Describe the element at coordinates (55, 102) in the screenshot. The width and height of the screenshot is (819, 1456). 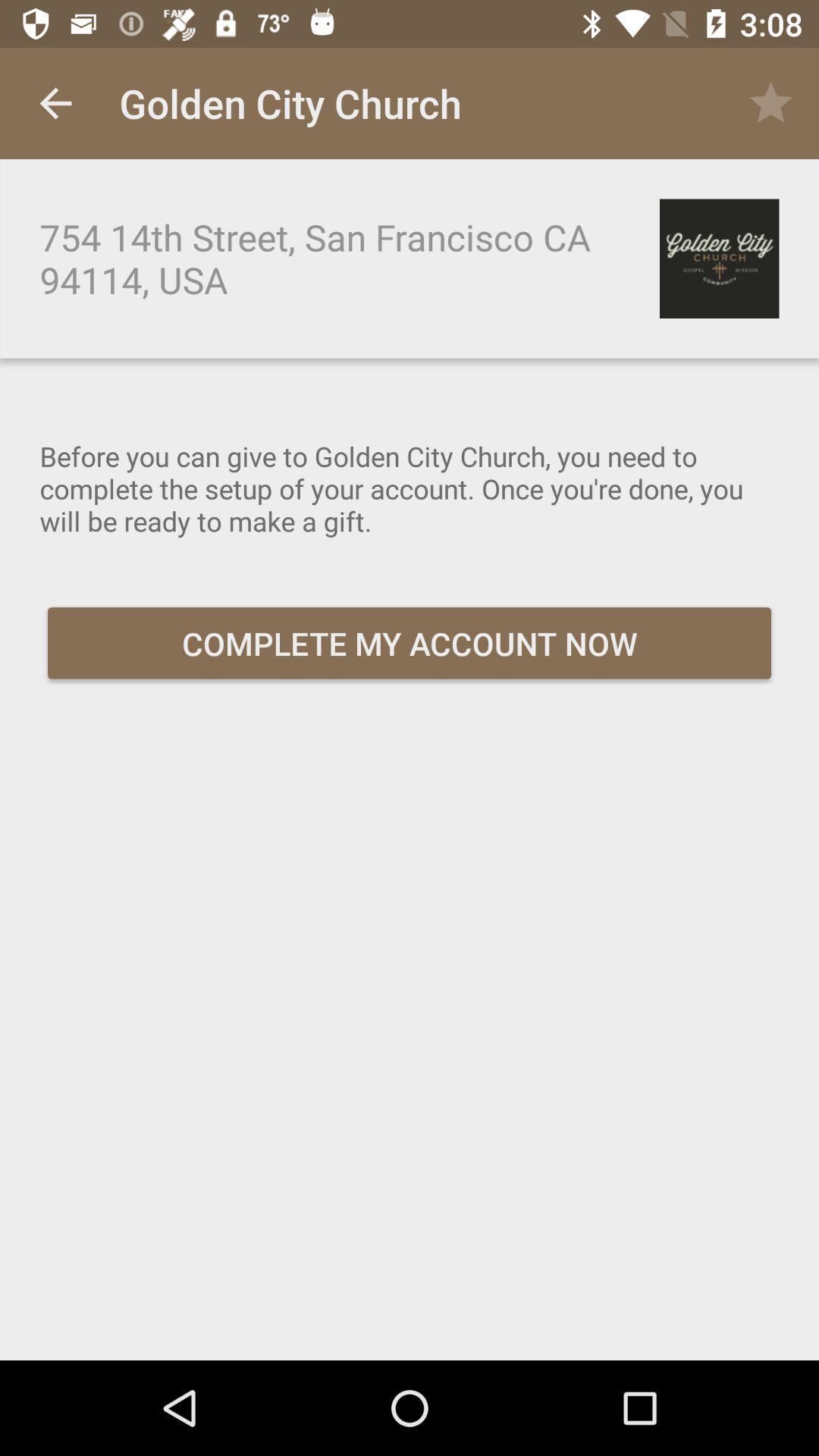
I see `the icon next to golden city church` at that location.